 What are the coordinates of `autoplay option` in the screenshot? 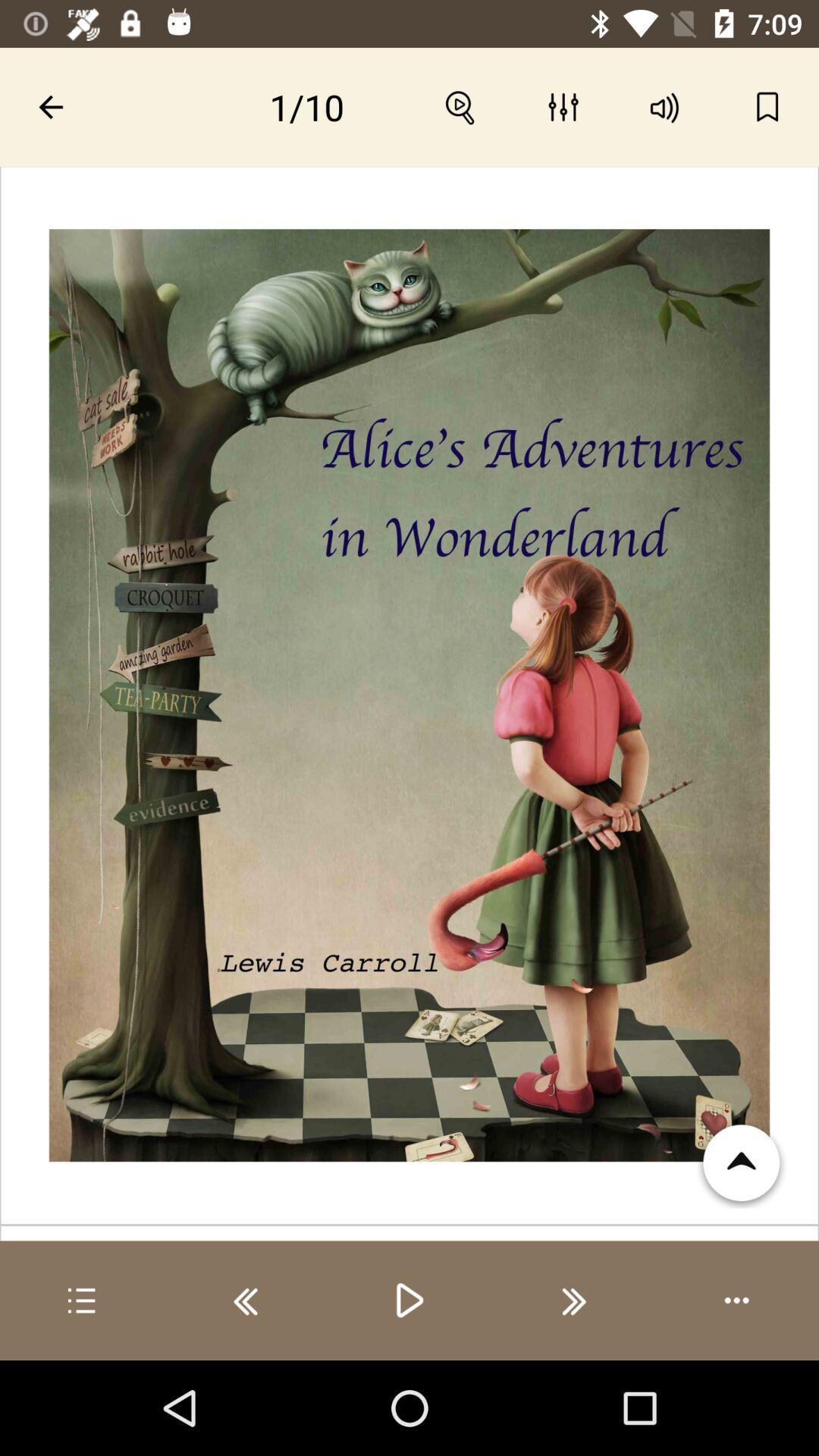 It's located at (736, 1300).